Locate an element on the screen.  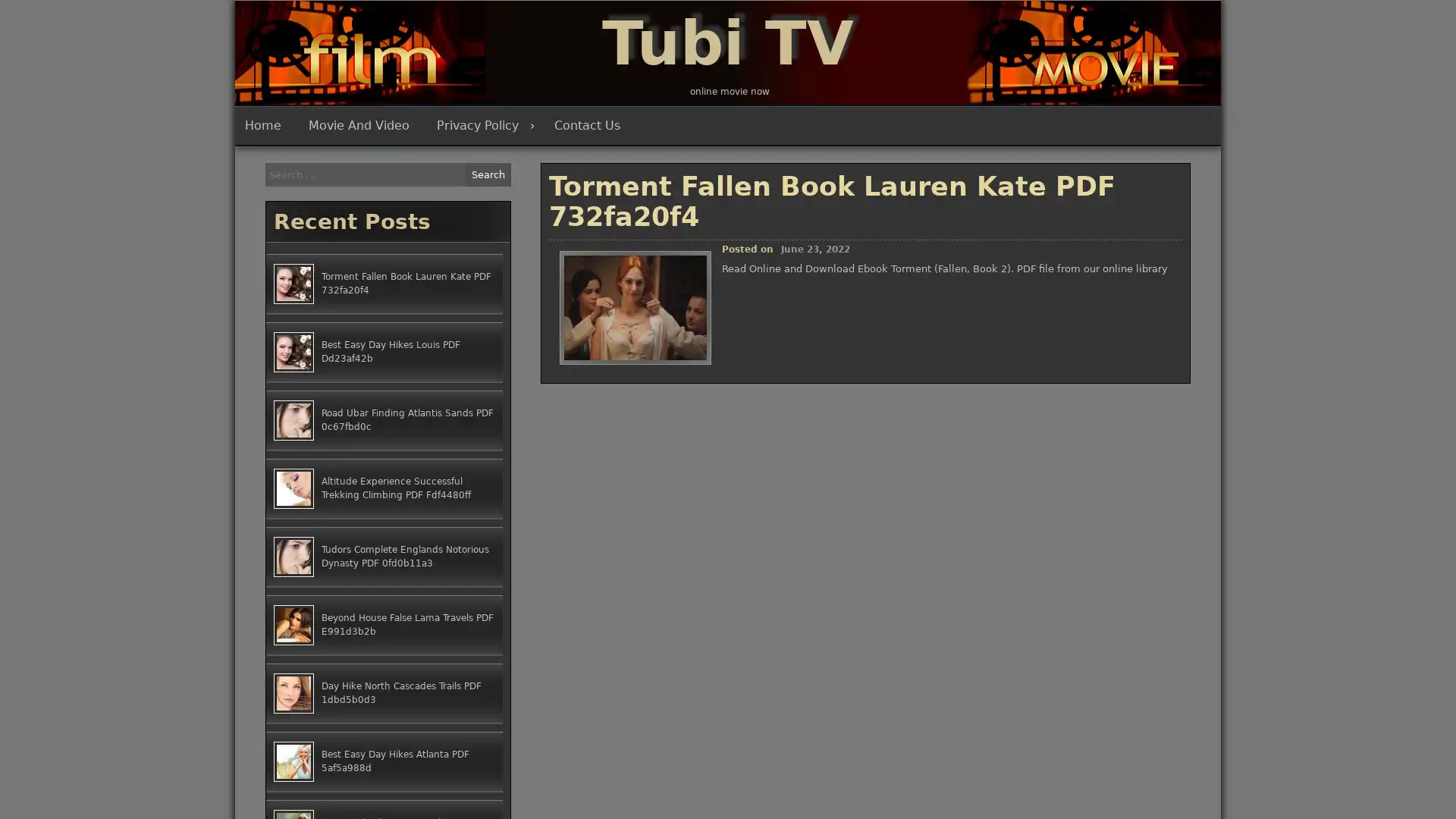
Search is located at coordinates (488, 174).